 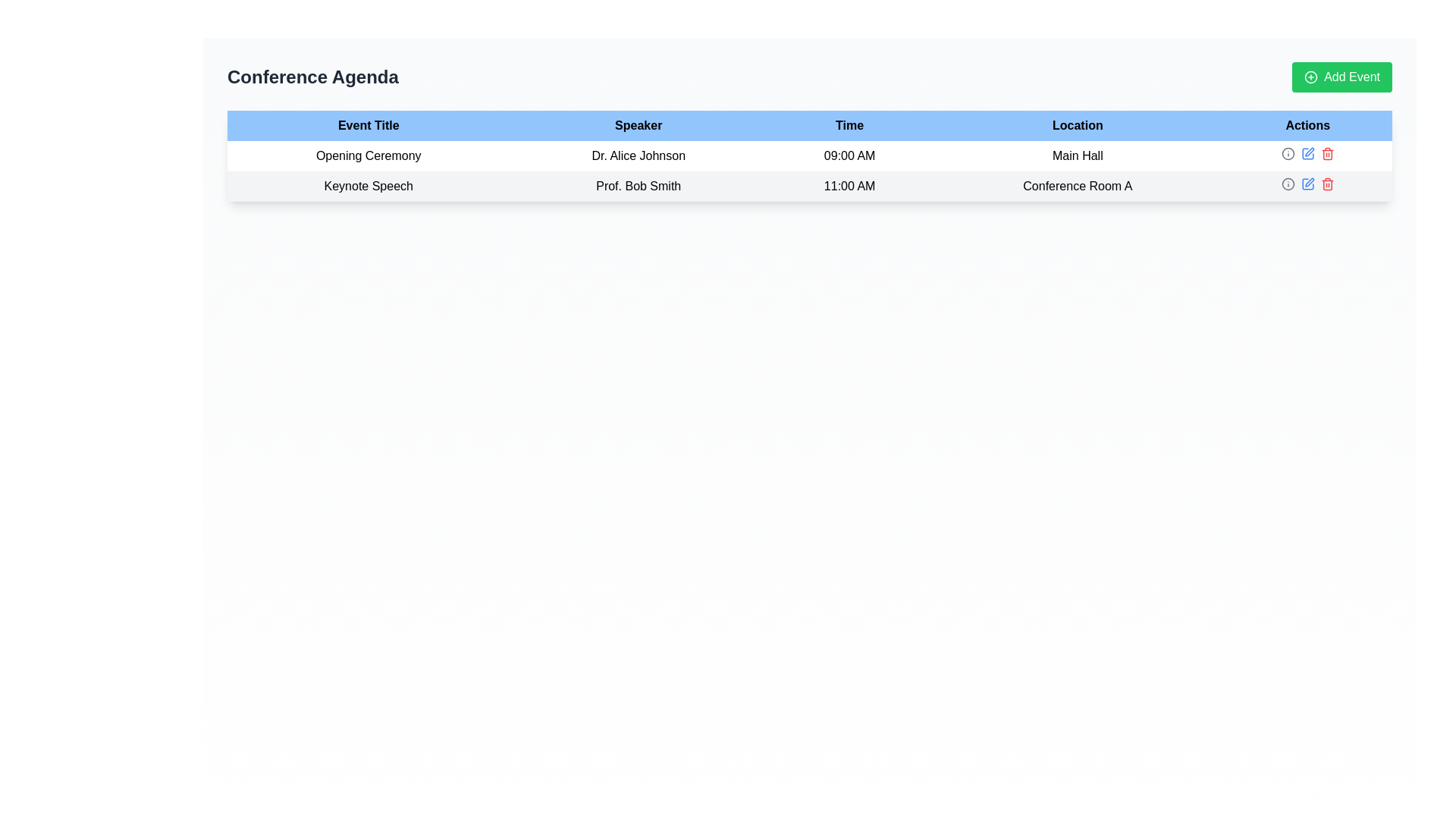 What do you see at coordinates (849, 124) in the screenshot?
I see `the text label displaying 'Time', which is styled in black text on a blue background and positioned in the header row between 'Speaker' and 'Location'` at bounding box center [849, 124].